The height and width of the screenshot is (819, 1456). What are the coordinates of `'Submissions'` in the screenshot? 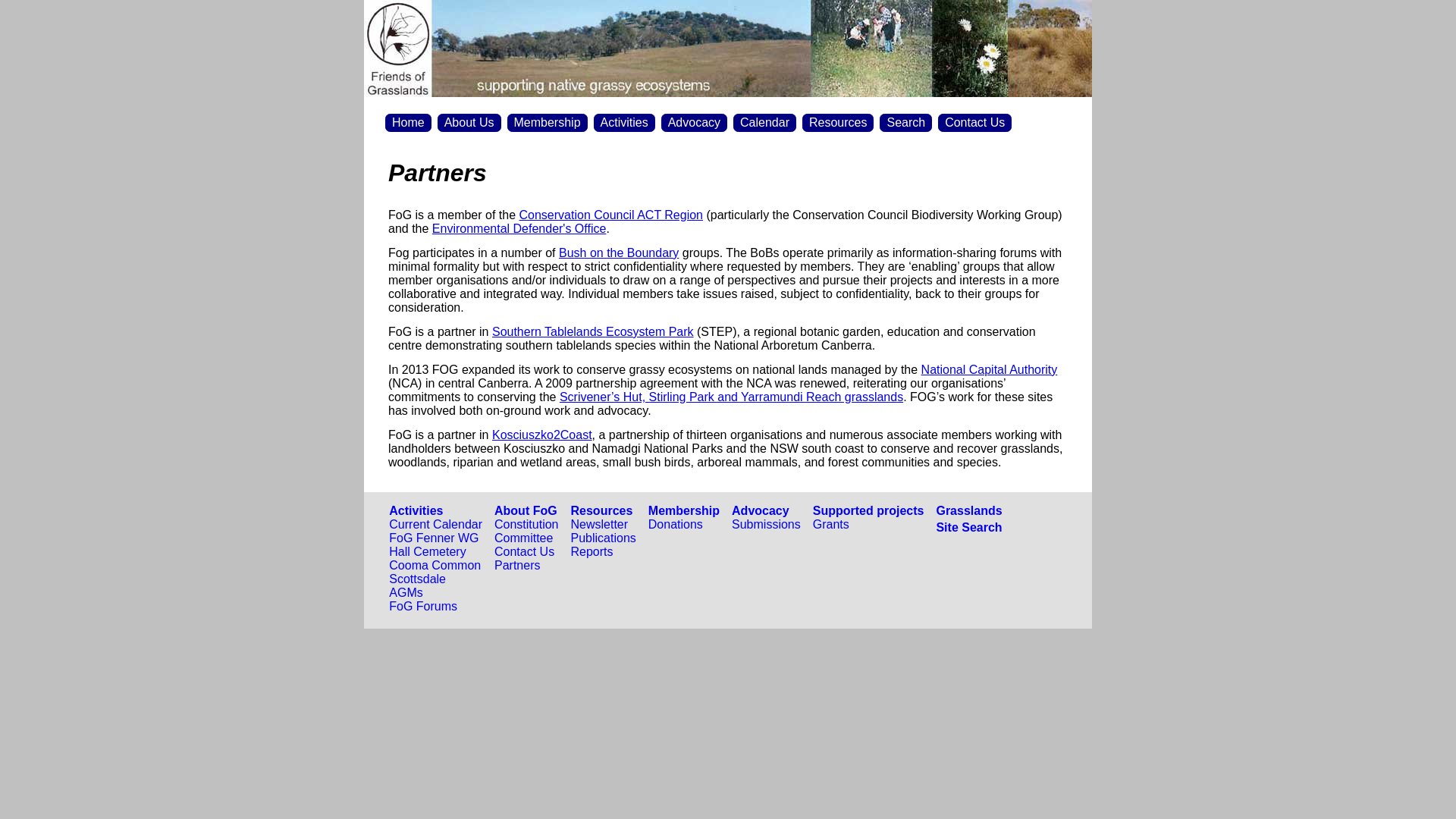 It's located at (766, 523).